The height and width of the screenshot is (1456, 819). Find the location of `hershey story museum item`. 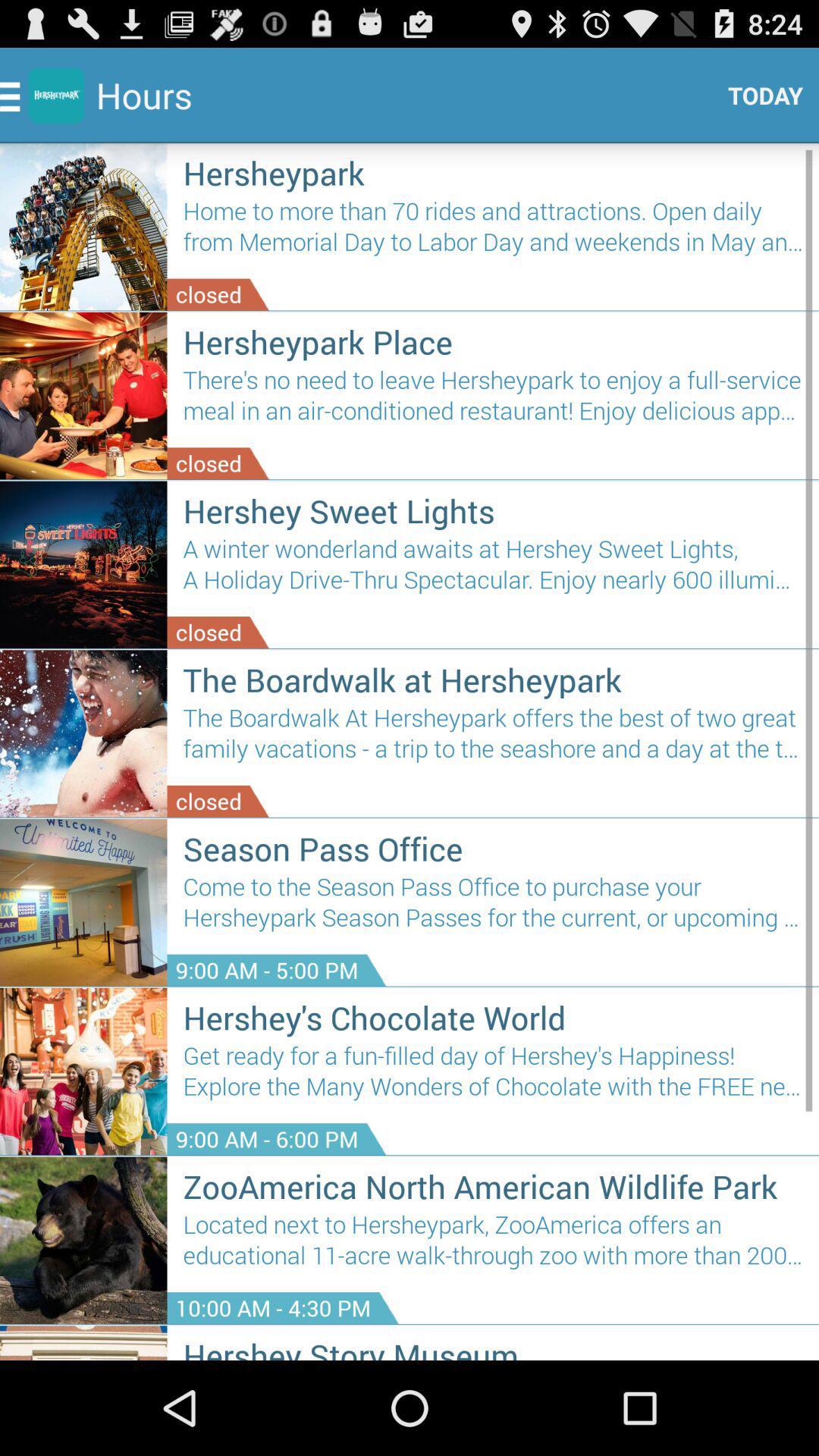

hershey story museum item is located at coordinates (493, 1347).